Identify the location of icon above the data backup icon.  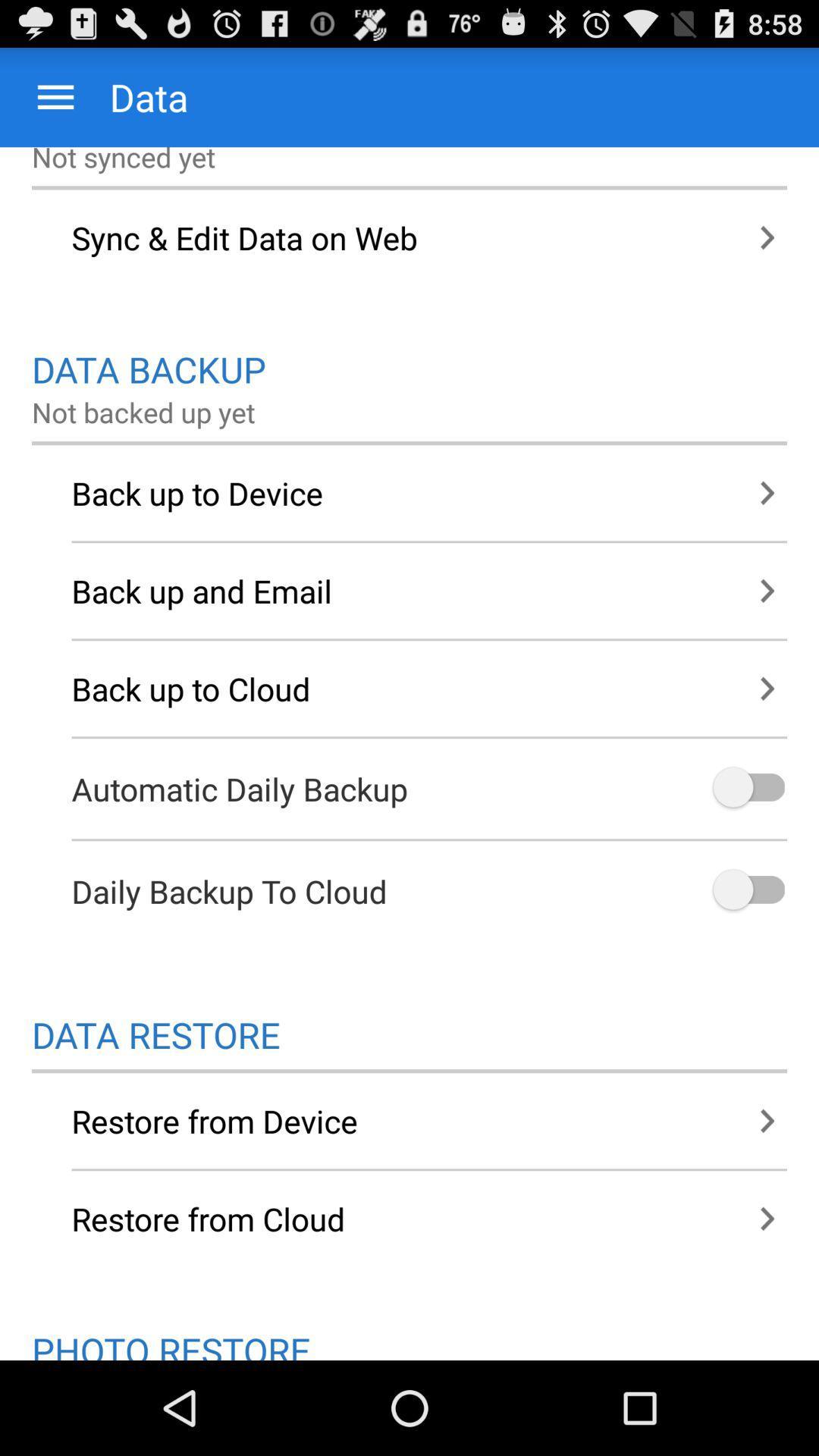
(409, 237).